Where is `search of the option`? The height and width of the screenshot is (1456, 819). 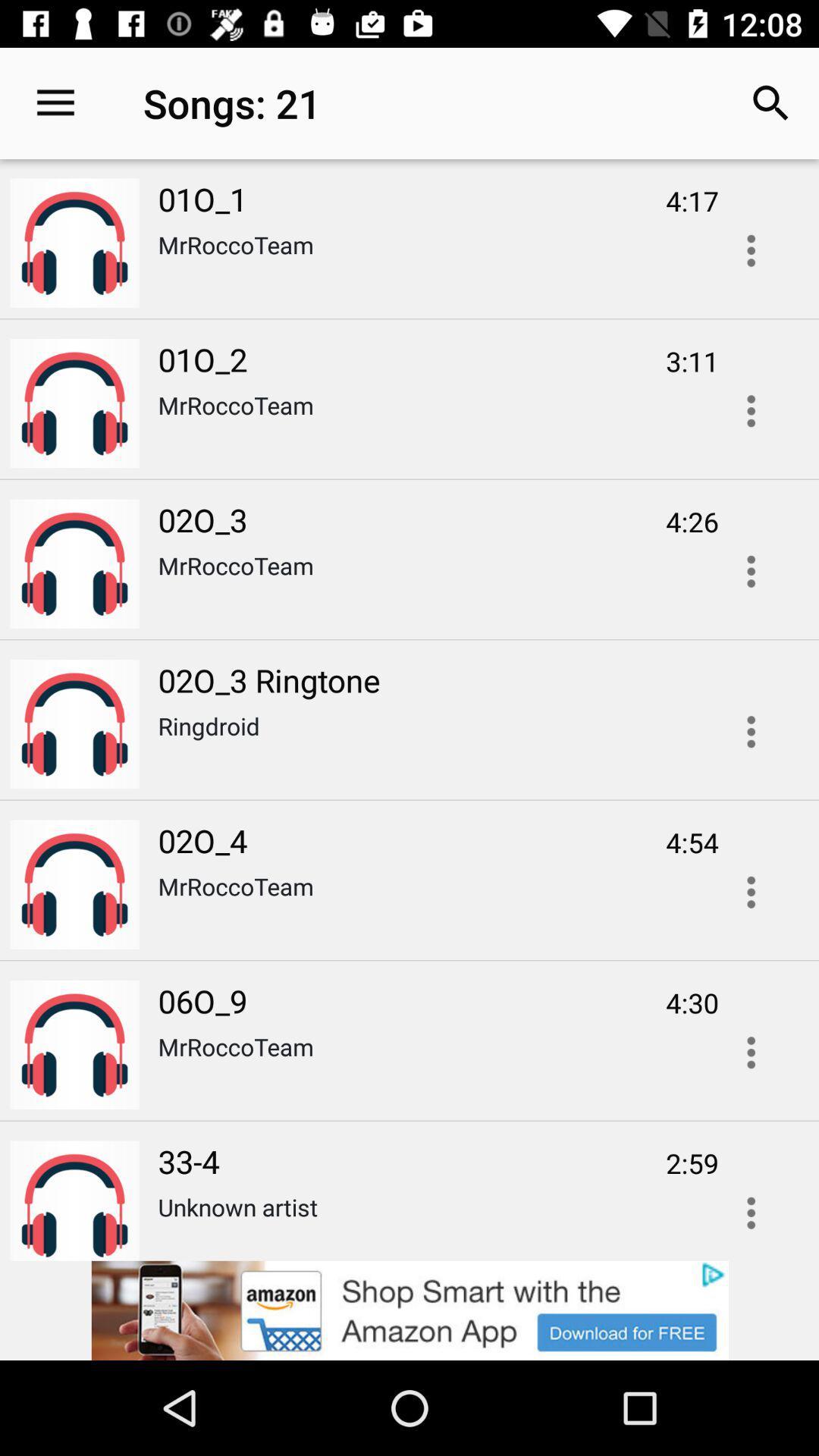
search of the option is located at coordinates (751, 411).